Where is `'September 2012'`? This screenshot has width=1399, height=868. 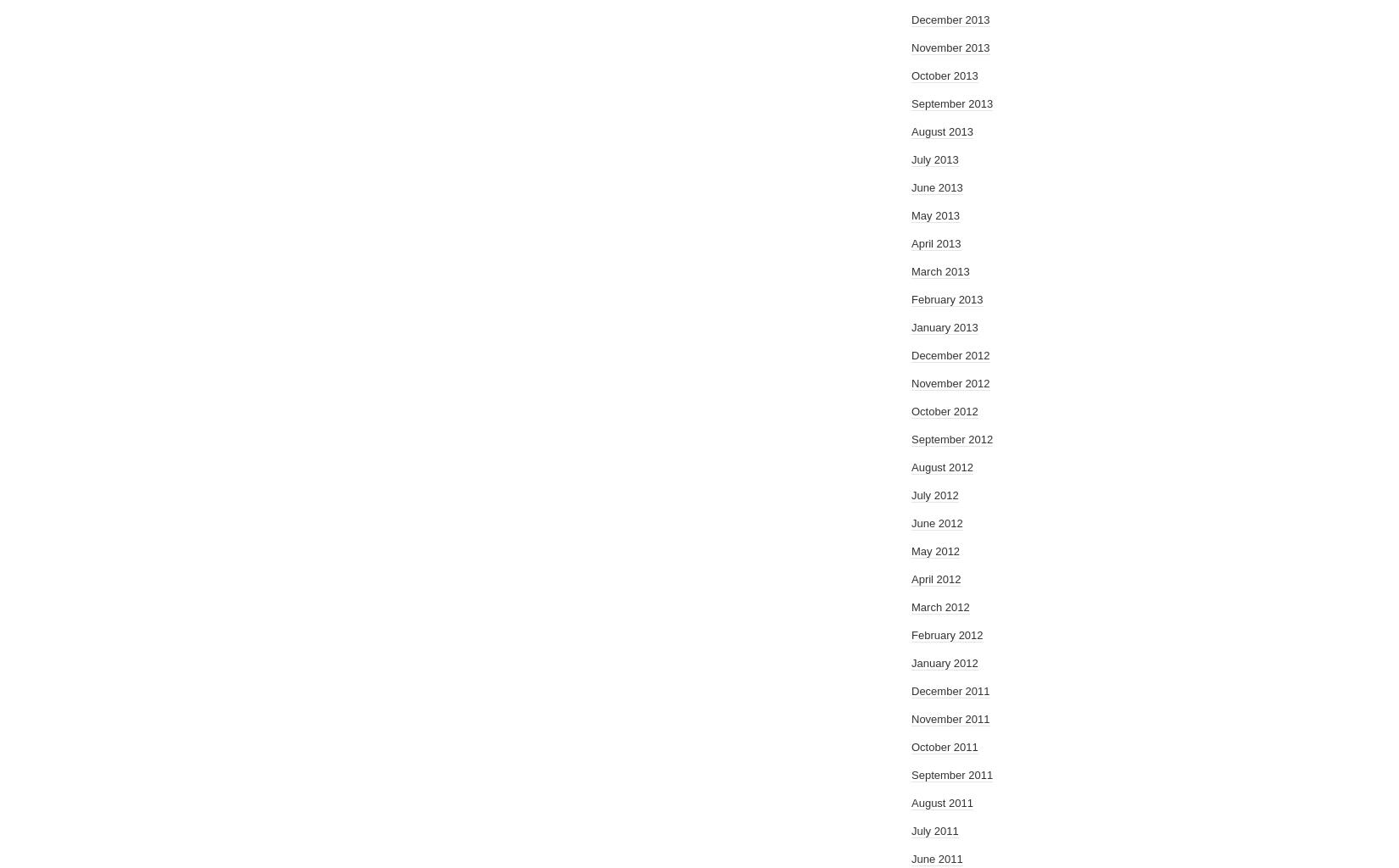 'September 2012' is located at coordinates (951, 439).